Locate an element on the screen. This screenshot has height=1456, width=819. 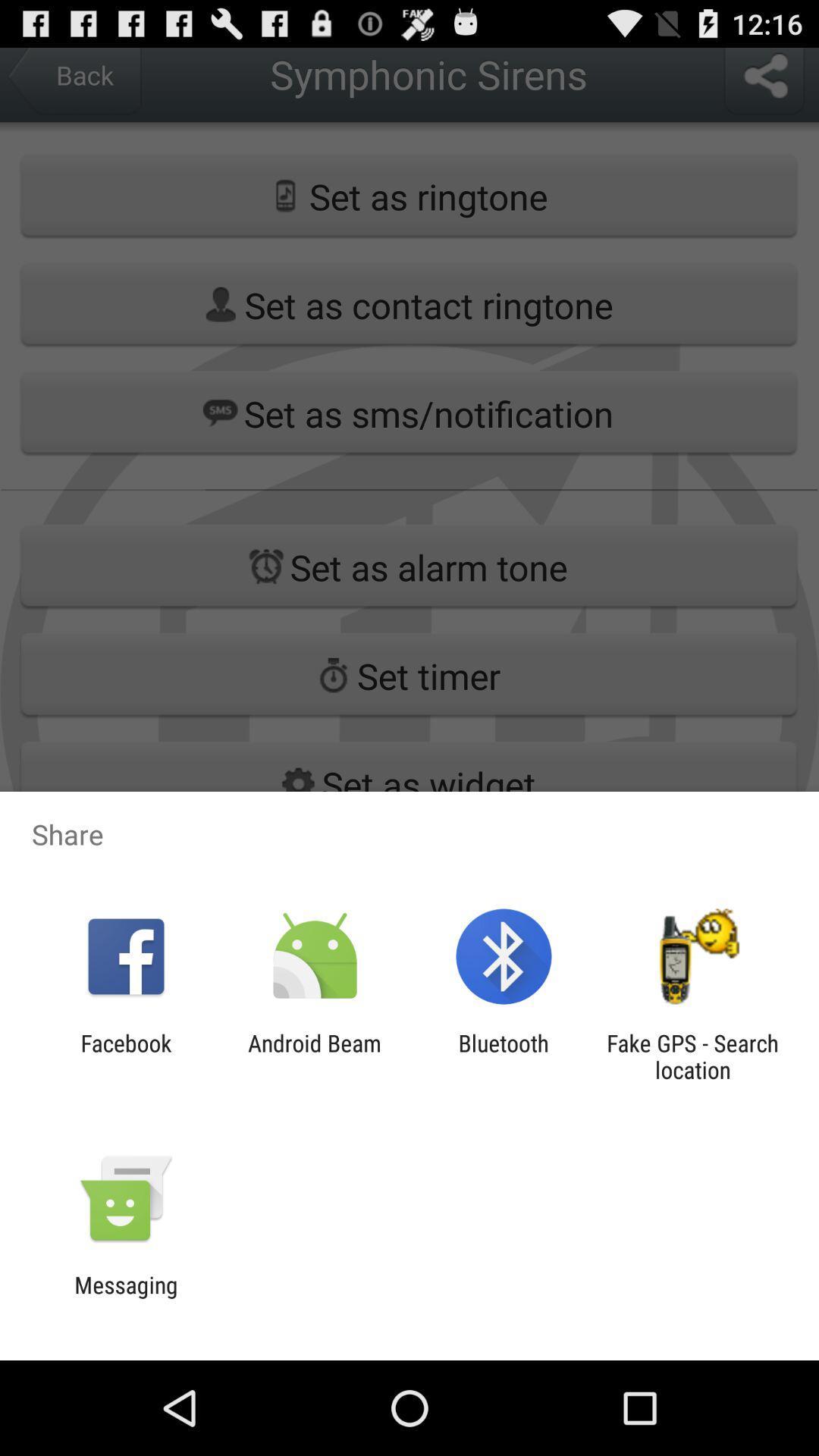
the item next to the bluetooth item is located at coordinates (692, 1056).